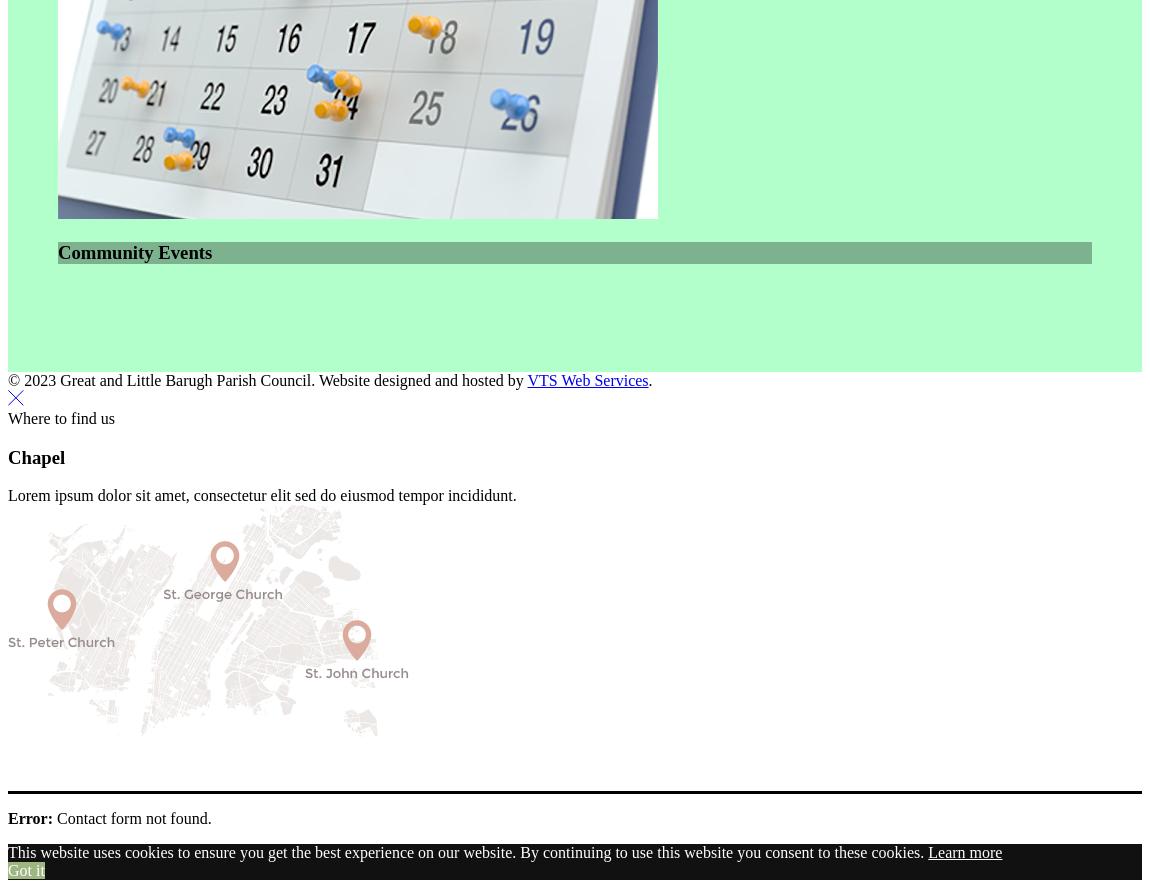 Image resolution: width=1150 pixels, height=887 pixels. Describe the element at coordinates (35, 455) in the screenshot. I see `'Chapel'` at that location.